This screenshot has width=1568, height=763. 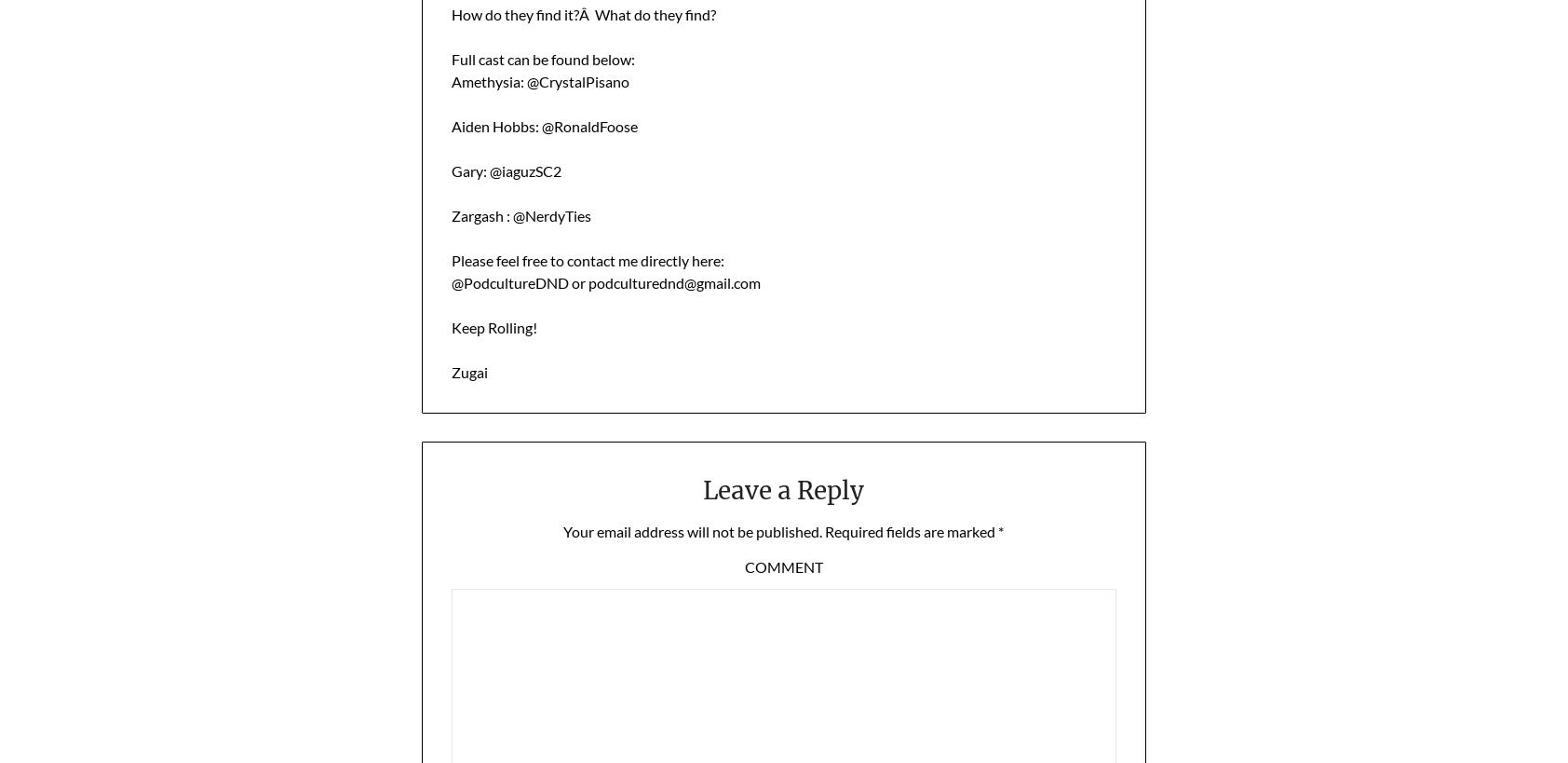 What do you see at coordinates (492, 326) in the screenshot?
I see `'Keep Rolling!'` at bounding box center [492, 326].